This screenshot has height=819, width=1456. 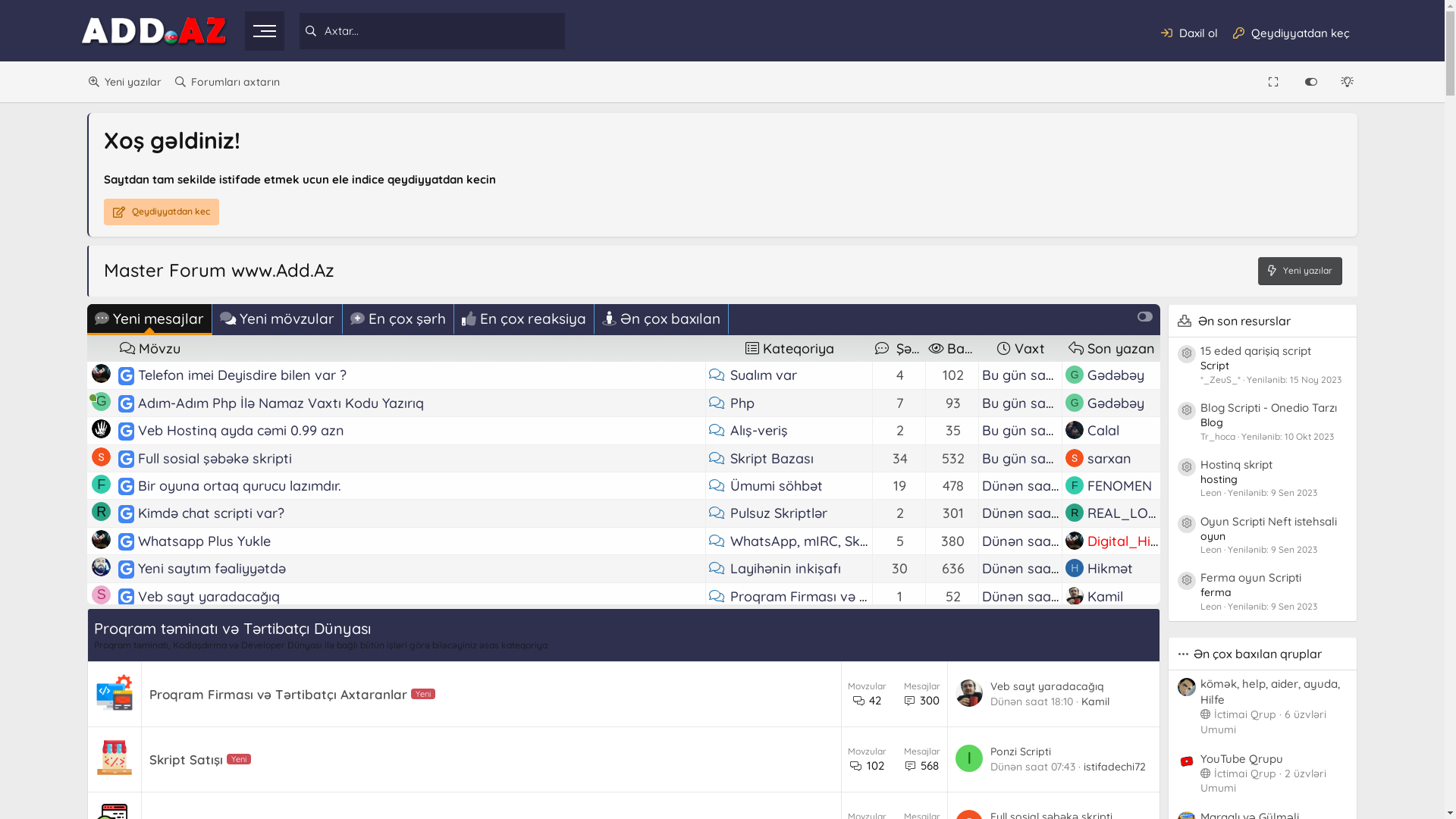 What do you see at coordinates (100, 484) in the screenshot?
I see `'F'` at bounding box center [100, 484].